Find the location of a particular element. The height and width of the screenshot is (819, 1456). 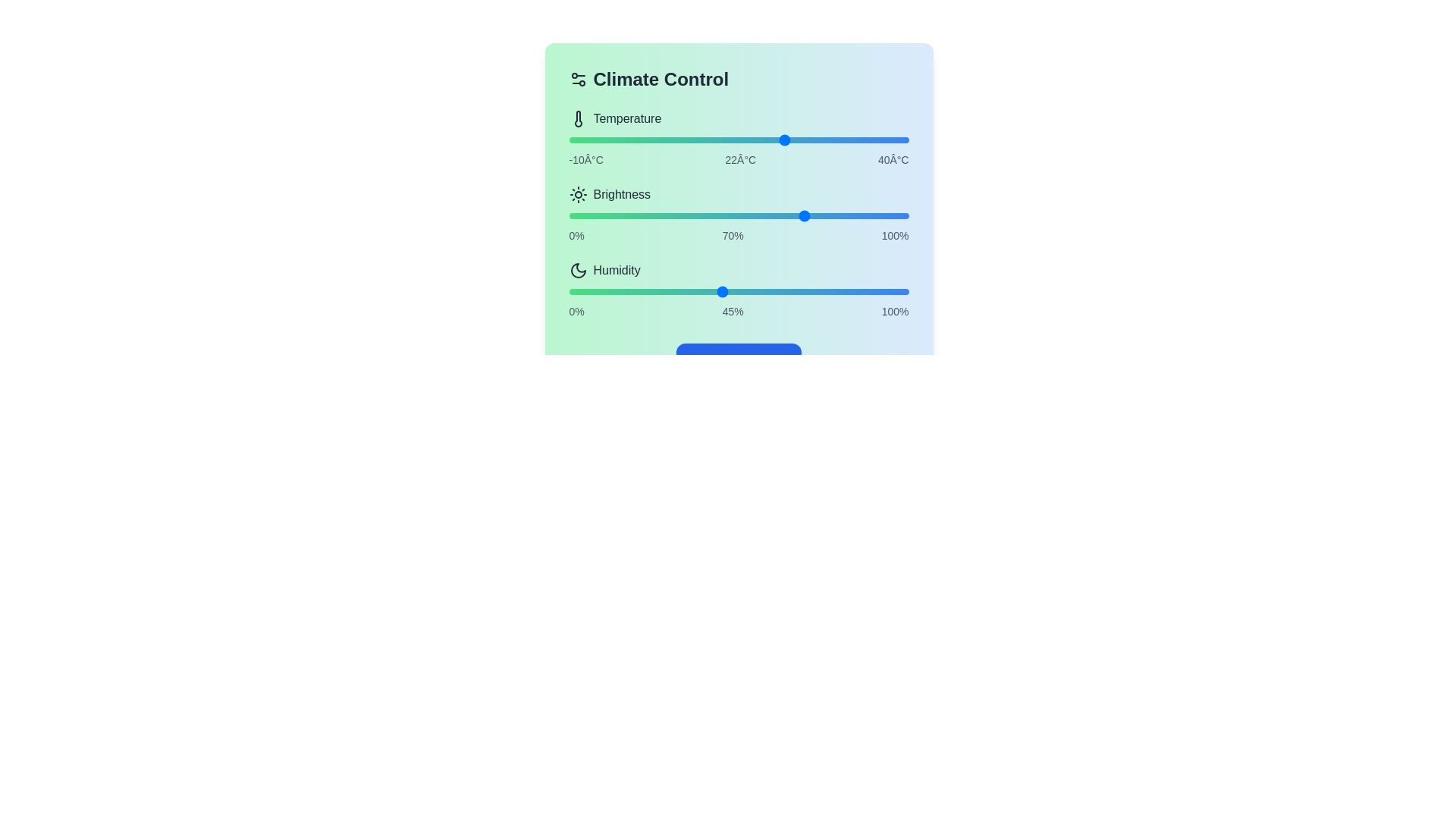

the vertically aligned group of three sliders labeled Temperature, Brightness, and Humidity is located at coordinates (739, 214).